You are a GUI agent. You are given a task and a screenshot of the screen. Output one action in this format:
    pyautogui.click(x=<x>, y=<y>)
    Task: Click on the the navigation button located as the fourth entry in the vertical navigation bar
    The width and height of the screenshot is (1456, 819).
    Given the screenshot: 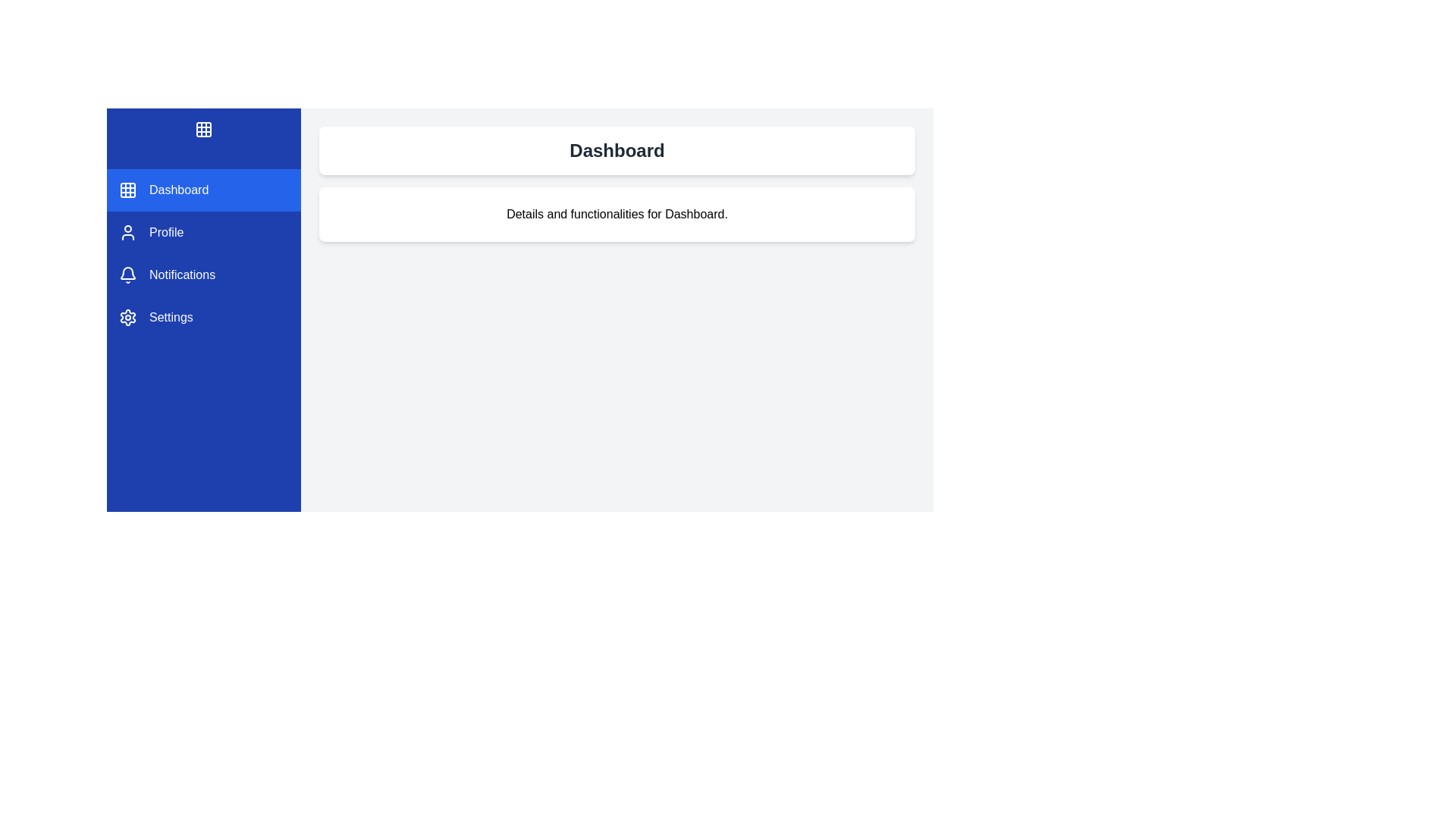 What is the action you would take?
    pyautogui.click(x=202, y=317)
    